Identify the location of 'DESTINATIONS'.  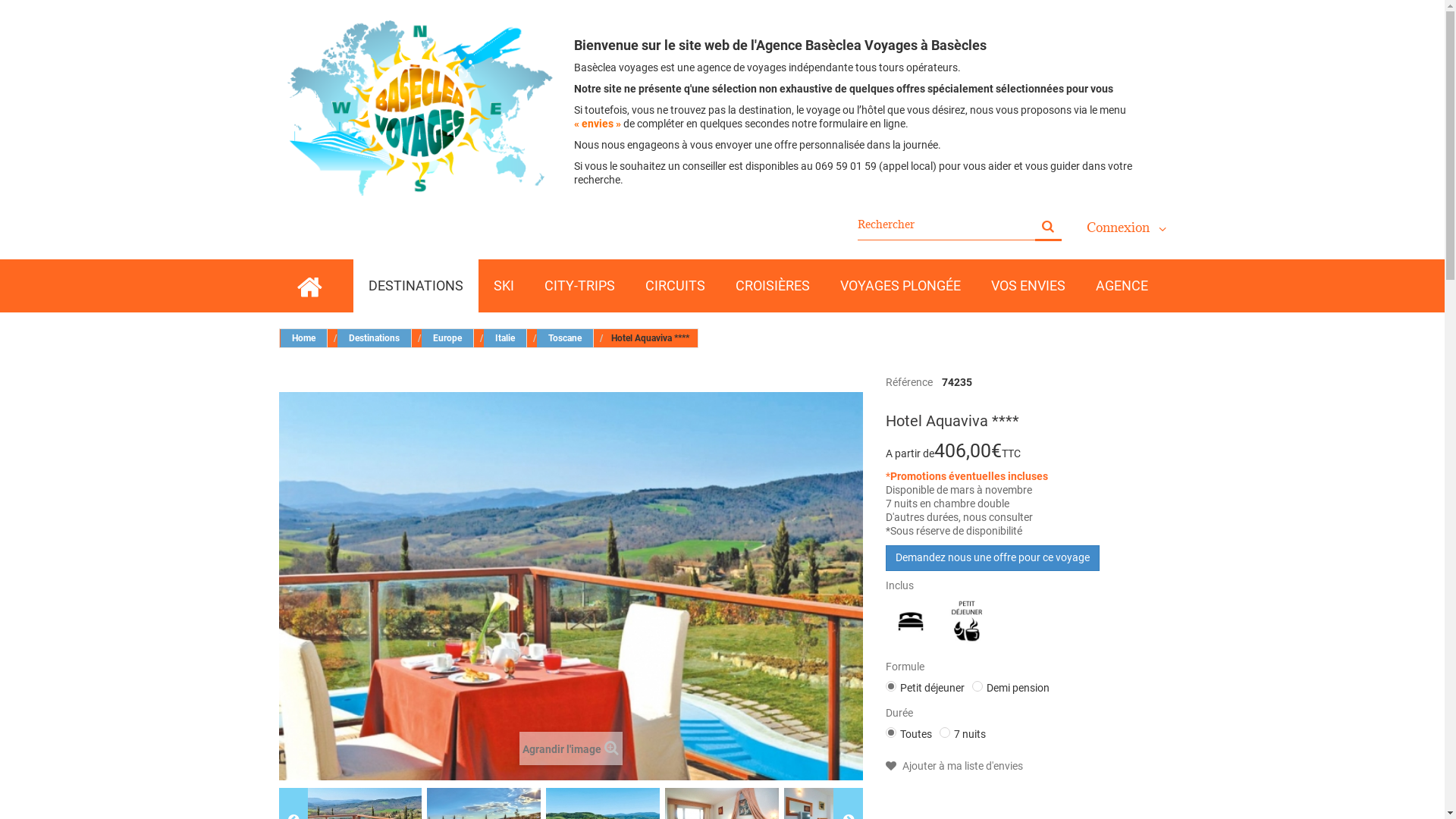
(416, 286).